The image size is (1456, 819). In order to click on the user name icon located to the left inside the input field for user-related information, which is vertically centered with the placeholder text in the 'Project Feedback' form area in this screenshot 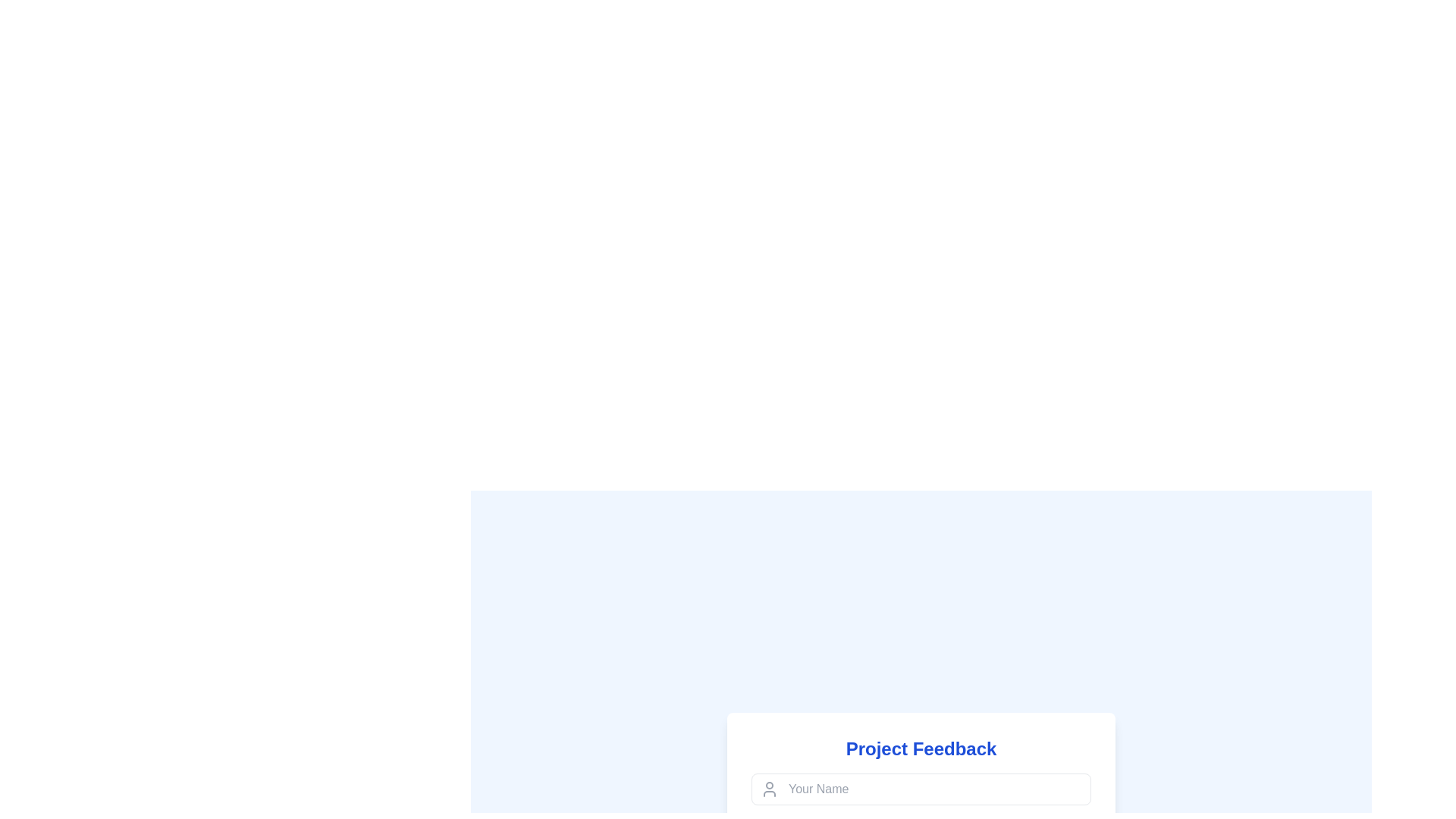, I will do `click(769, 788)`.